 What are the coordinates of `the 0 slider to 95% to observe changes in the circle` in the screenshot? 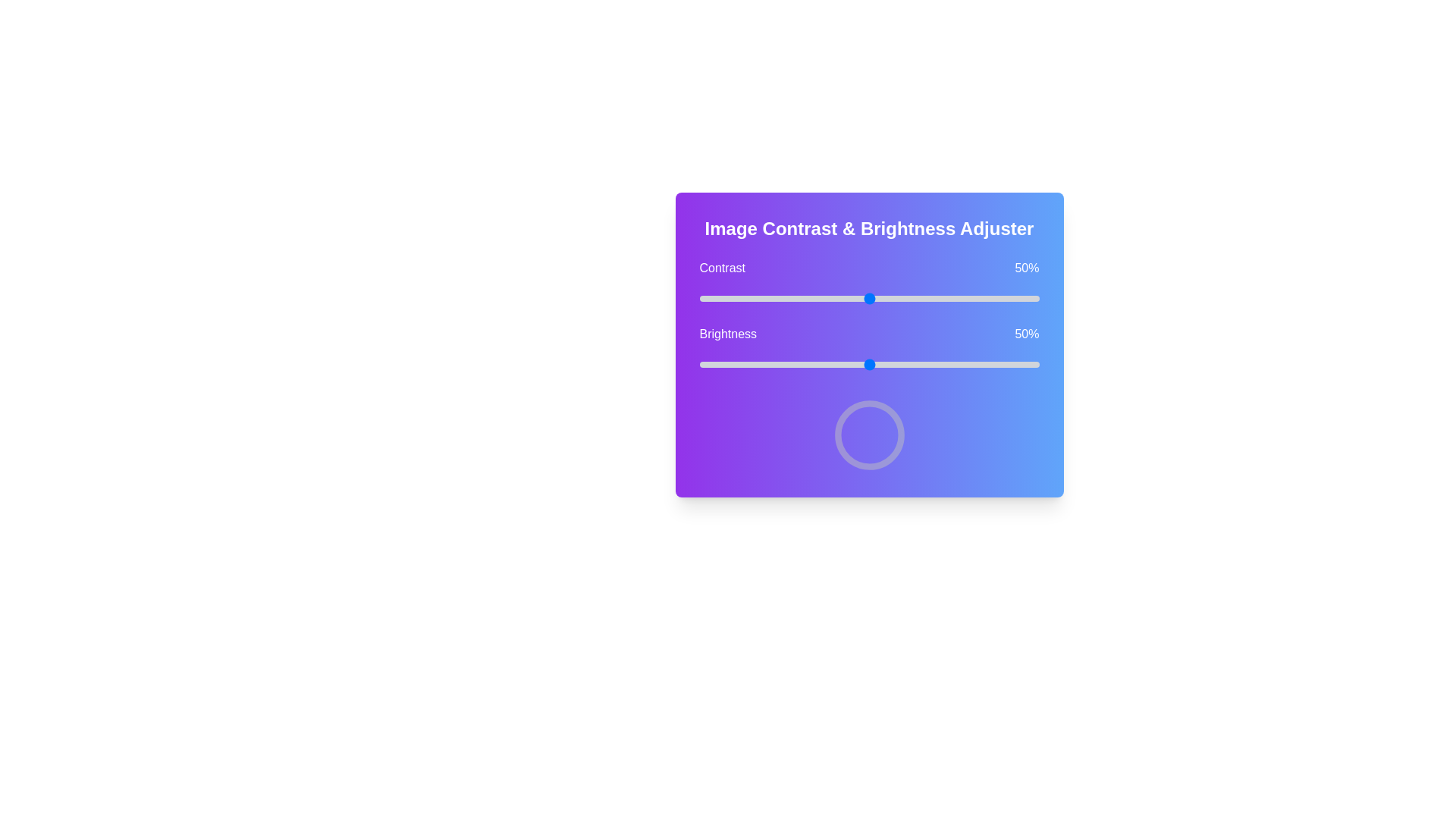 It's located at (1022, 298).